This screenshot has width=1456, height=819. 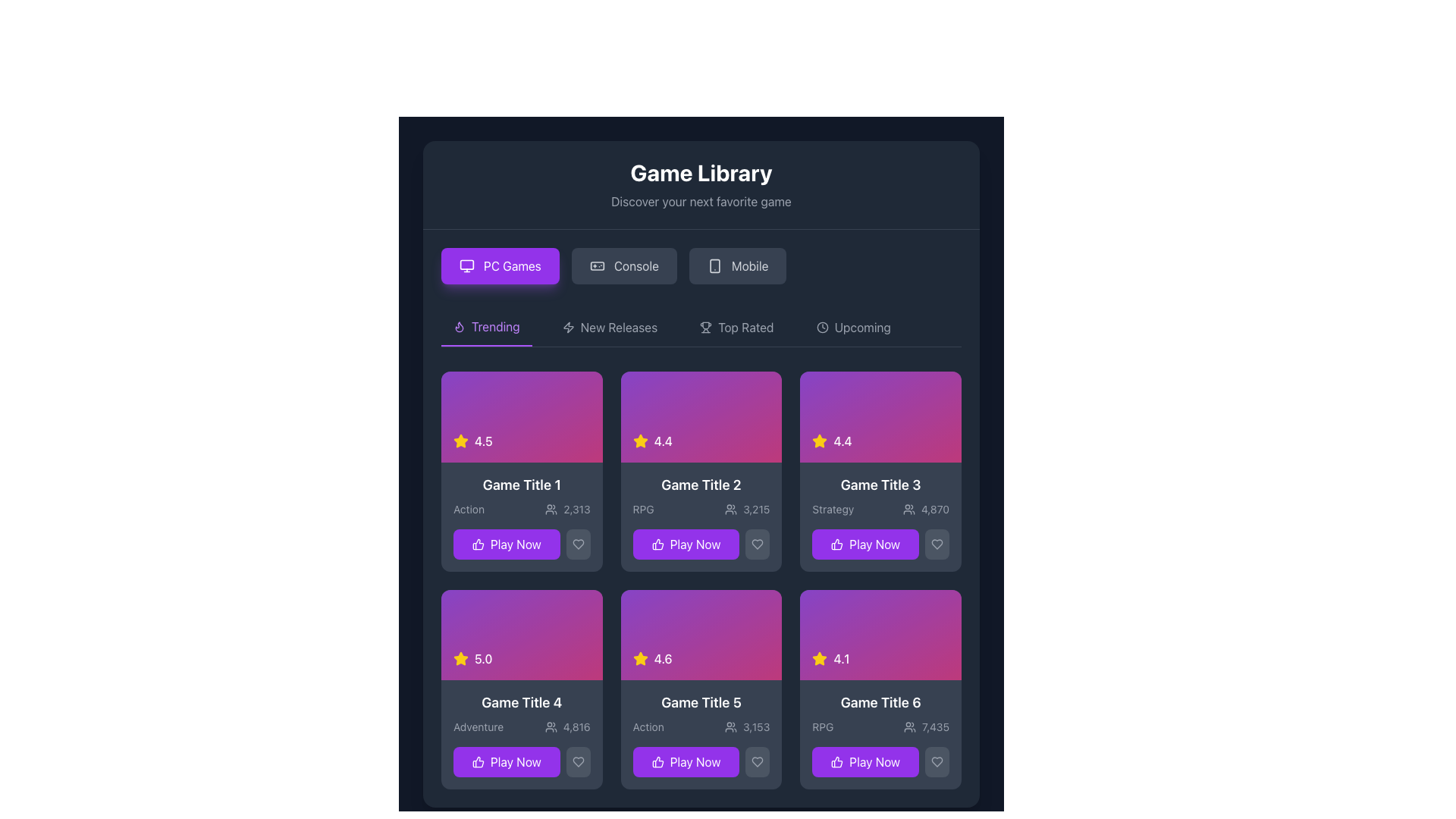 I want to click on the main title text label of the game card located in the second row, third column of the grid layout, positioned above the 'Action 3,153' text and 'Play Now' button, so click(x=701, y=703).